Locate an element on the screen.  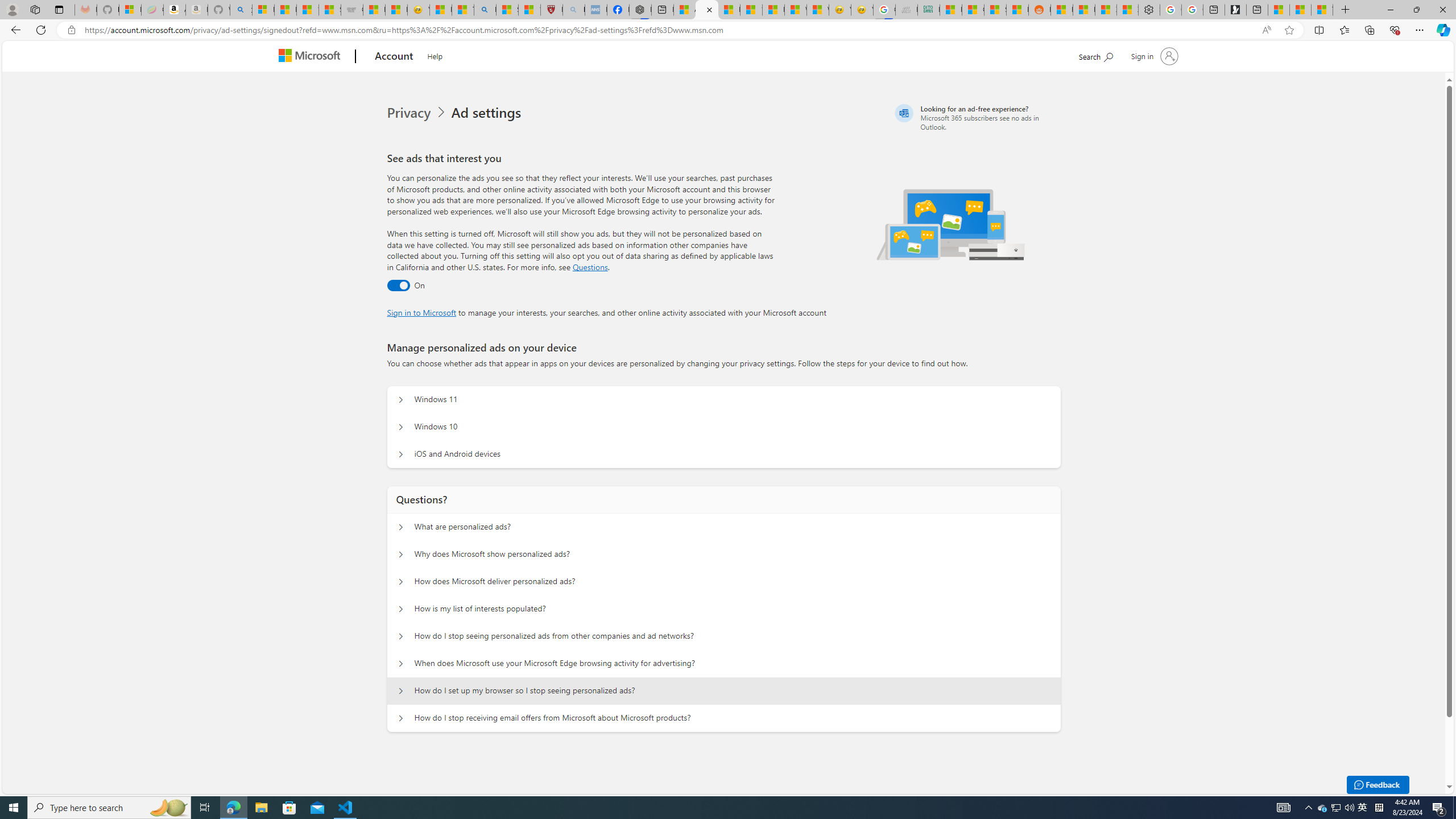
'Looking for an ad-free experience?' is located at coordinates (976, 117).